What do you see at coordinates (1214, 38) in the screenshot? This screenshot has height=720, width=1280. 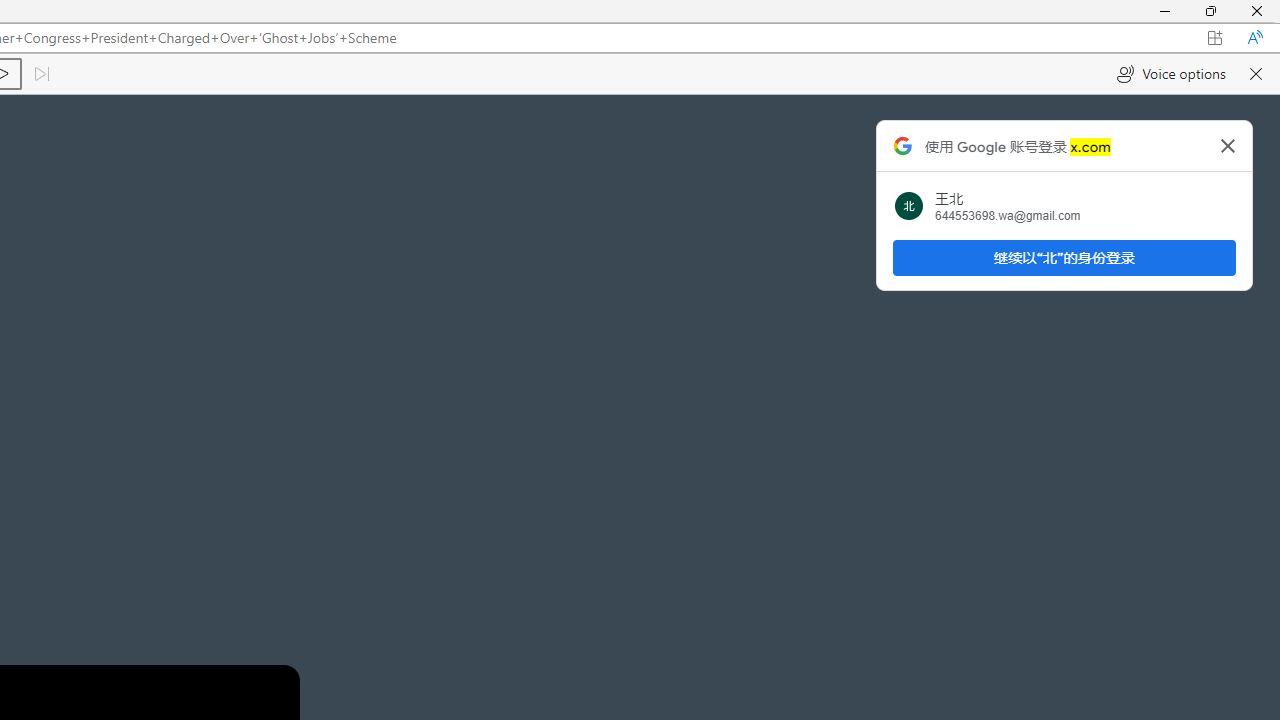 I see `'App available. Install X'` at bounding box center [1214, 38].